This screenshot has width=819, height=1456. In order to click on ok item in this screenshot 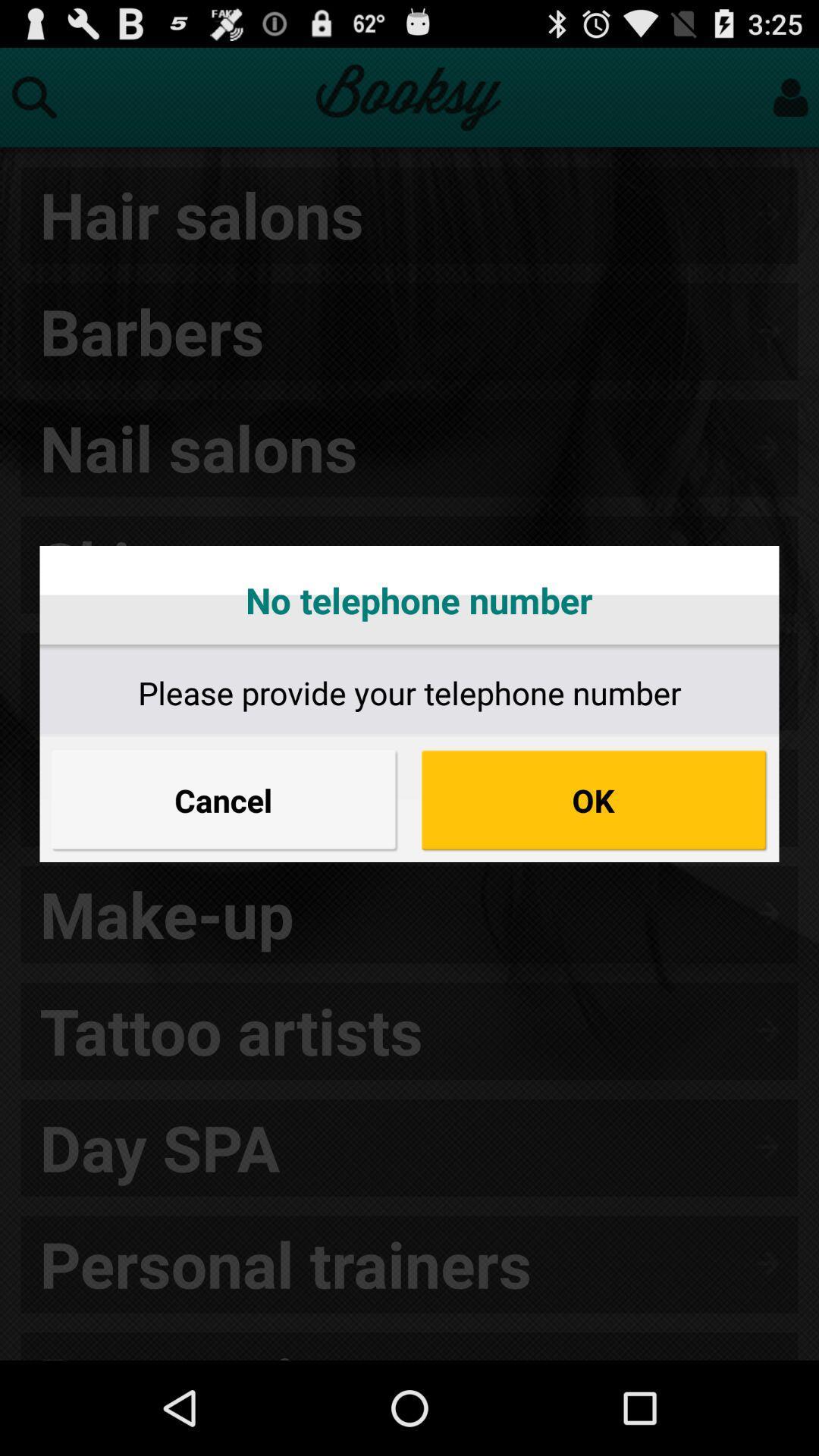, I will do `click(593, 799)`.